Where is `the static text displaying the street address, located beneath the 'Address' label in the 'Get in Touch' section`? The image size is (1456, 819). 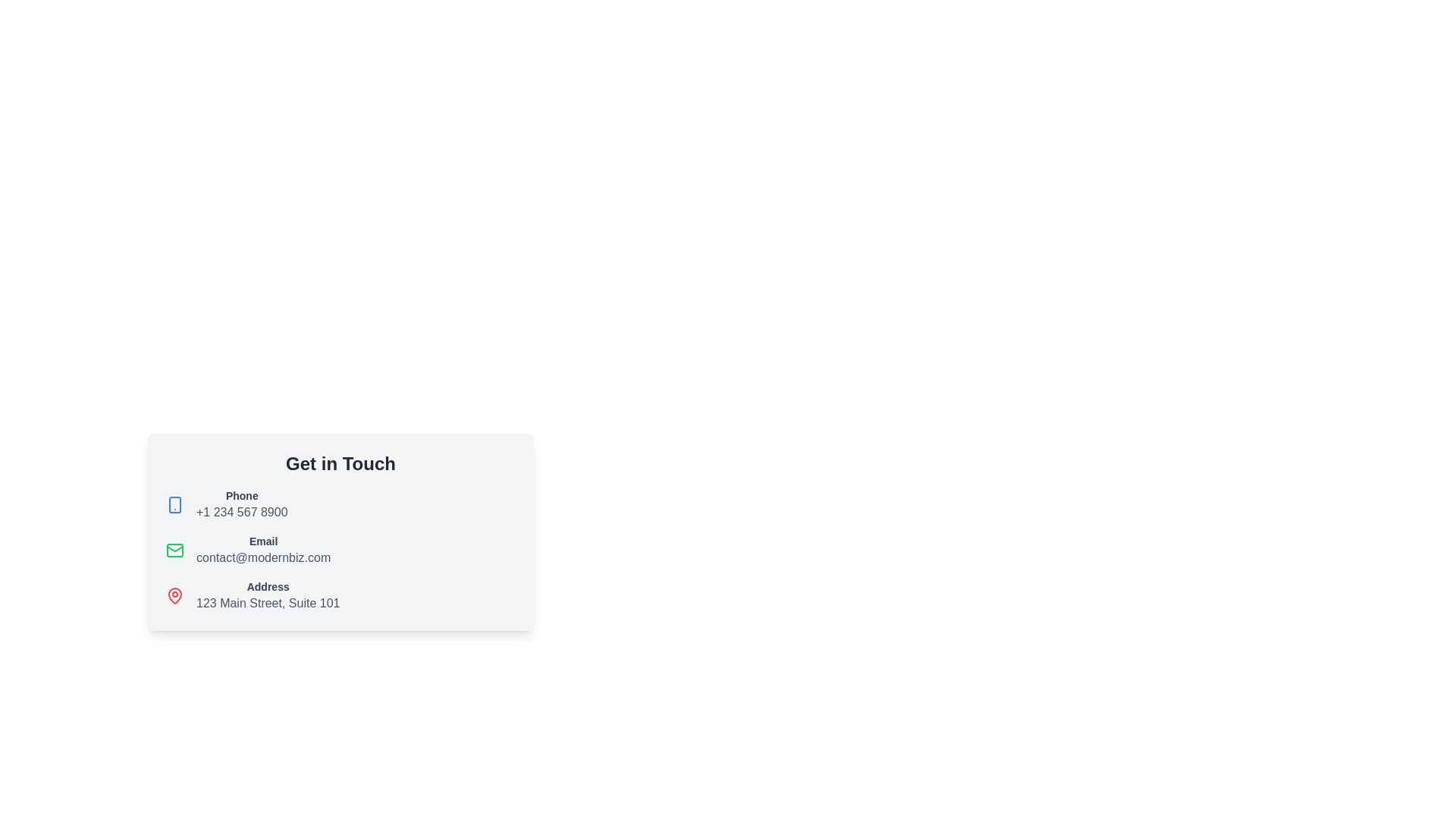
the static text displaying the street address, located beneath the 'Address' label in the 'Get in Touch' section is located at coordinates (268, 602).